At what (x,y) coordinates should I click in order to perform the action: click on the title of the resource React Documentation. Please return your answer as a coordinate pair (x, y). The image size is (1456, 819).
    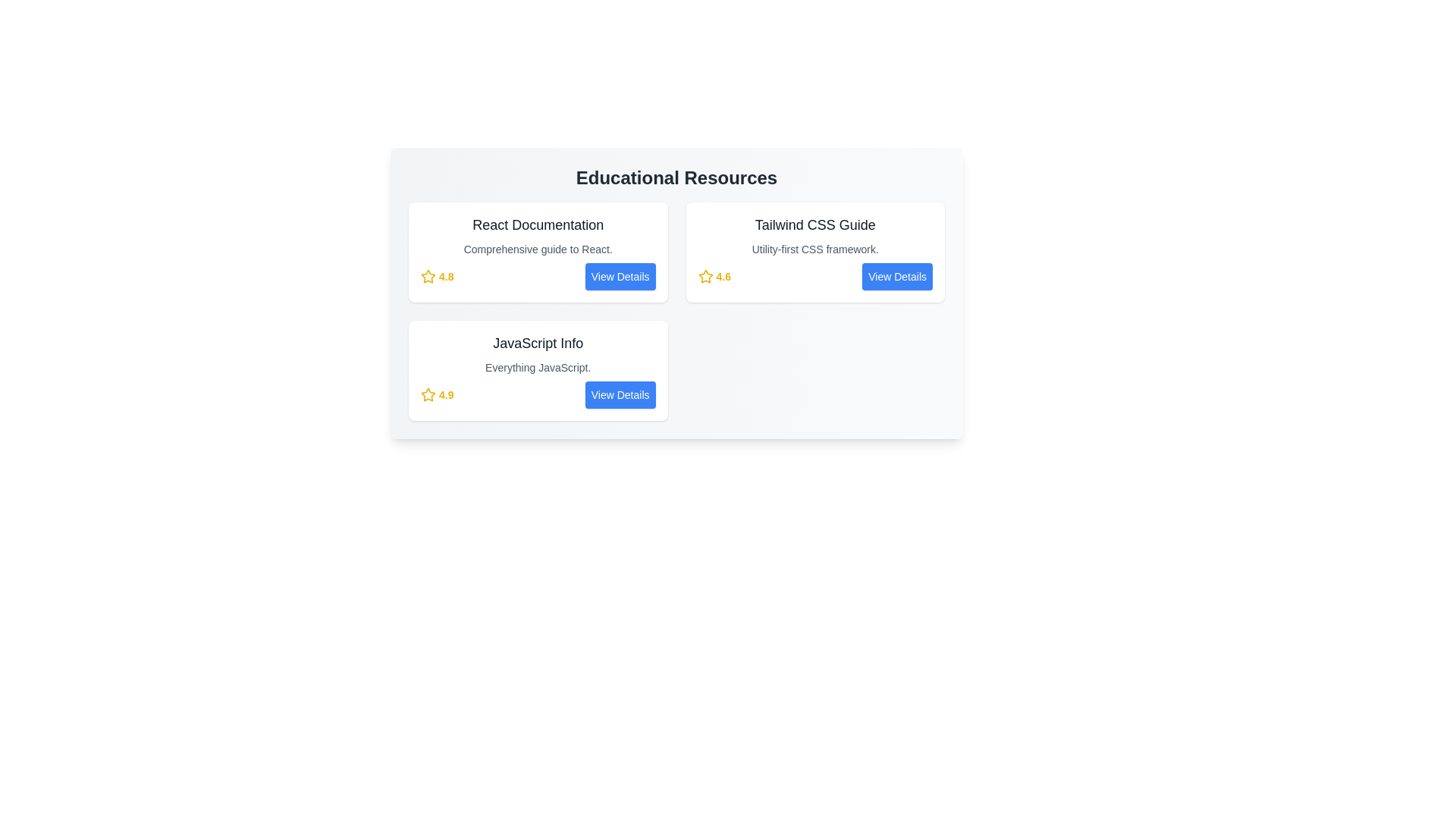
    Looking at the image, I should click on (538, 225).